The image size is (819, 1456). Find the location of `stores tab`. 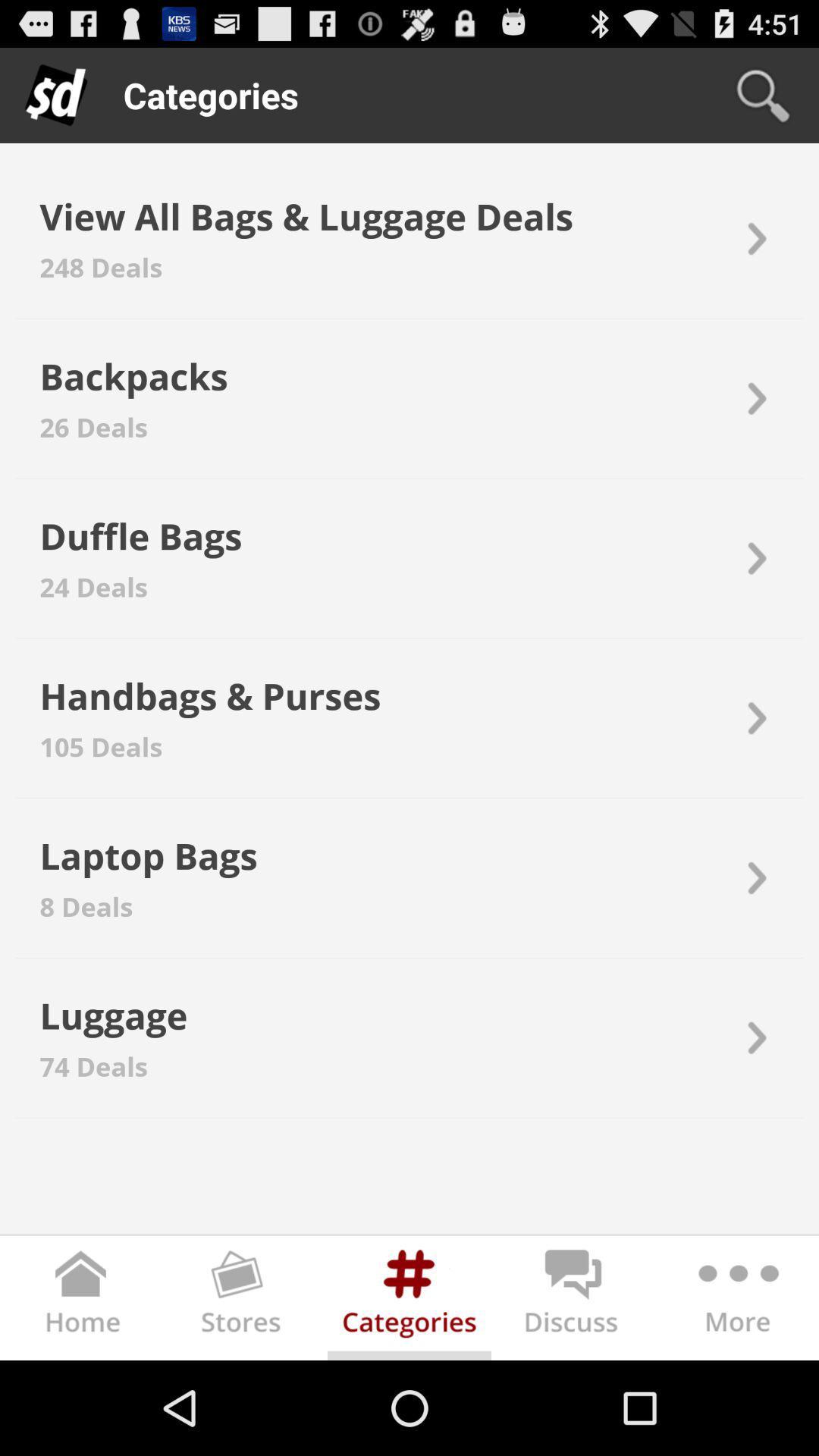

stores tab is located at coordinates (245, 1301).